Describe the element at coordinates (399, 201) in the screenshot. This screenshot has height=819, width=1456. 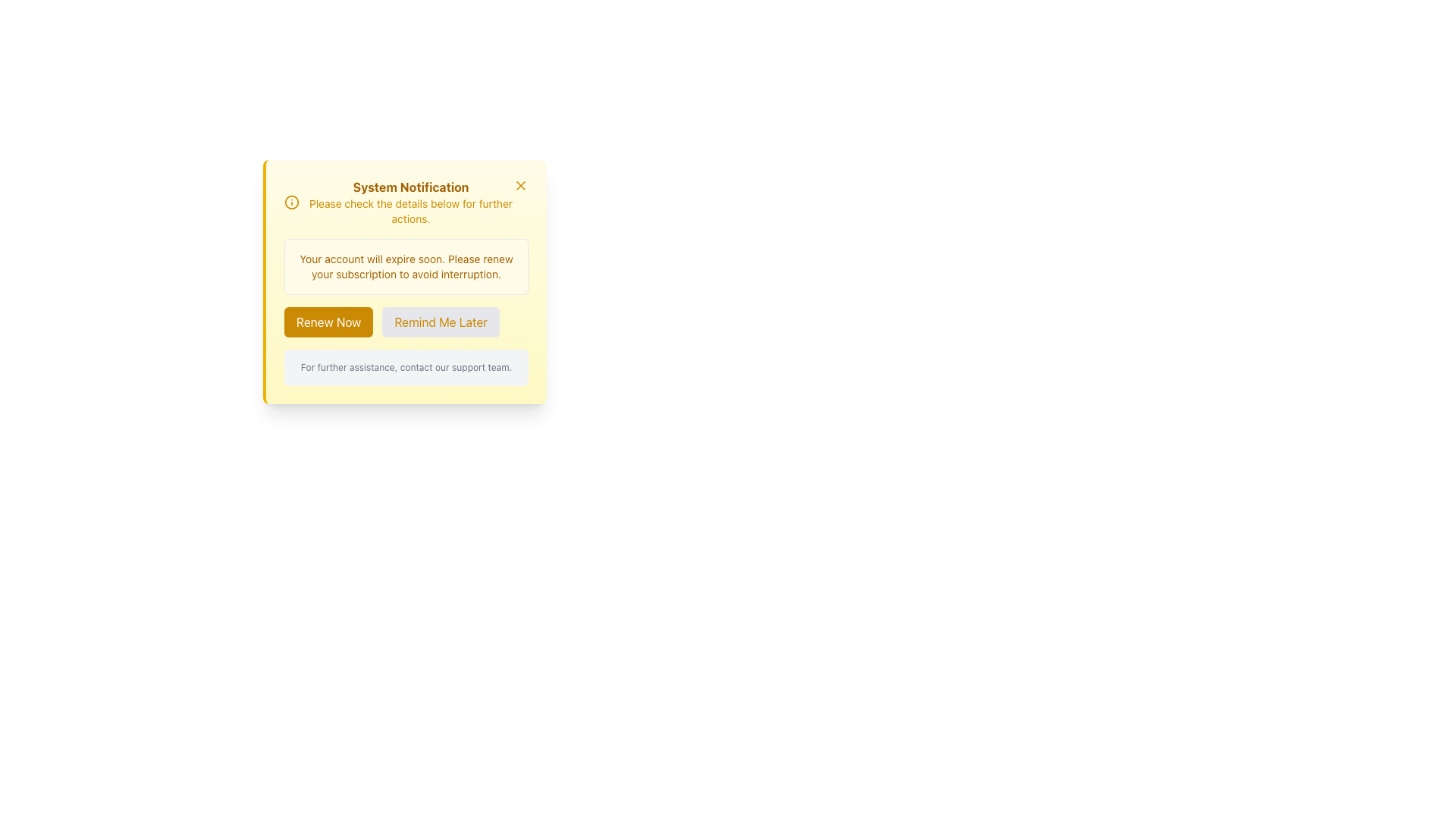
I see `notification text displayed in the Informational Header located at the top of the notification panel, which provides context or purpose for the notification` at that location.